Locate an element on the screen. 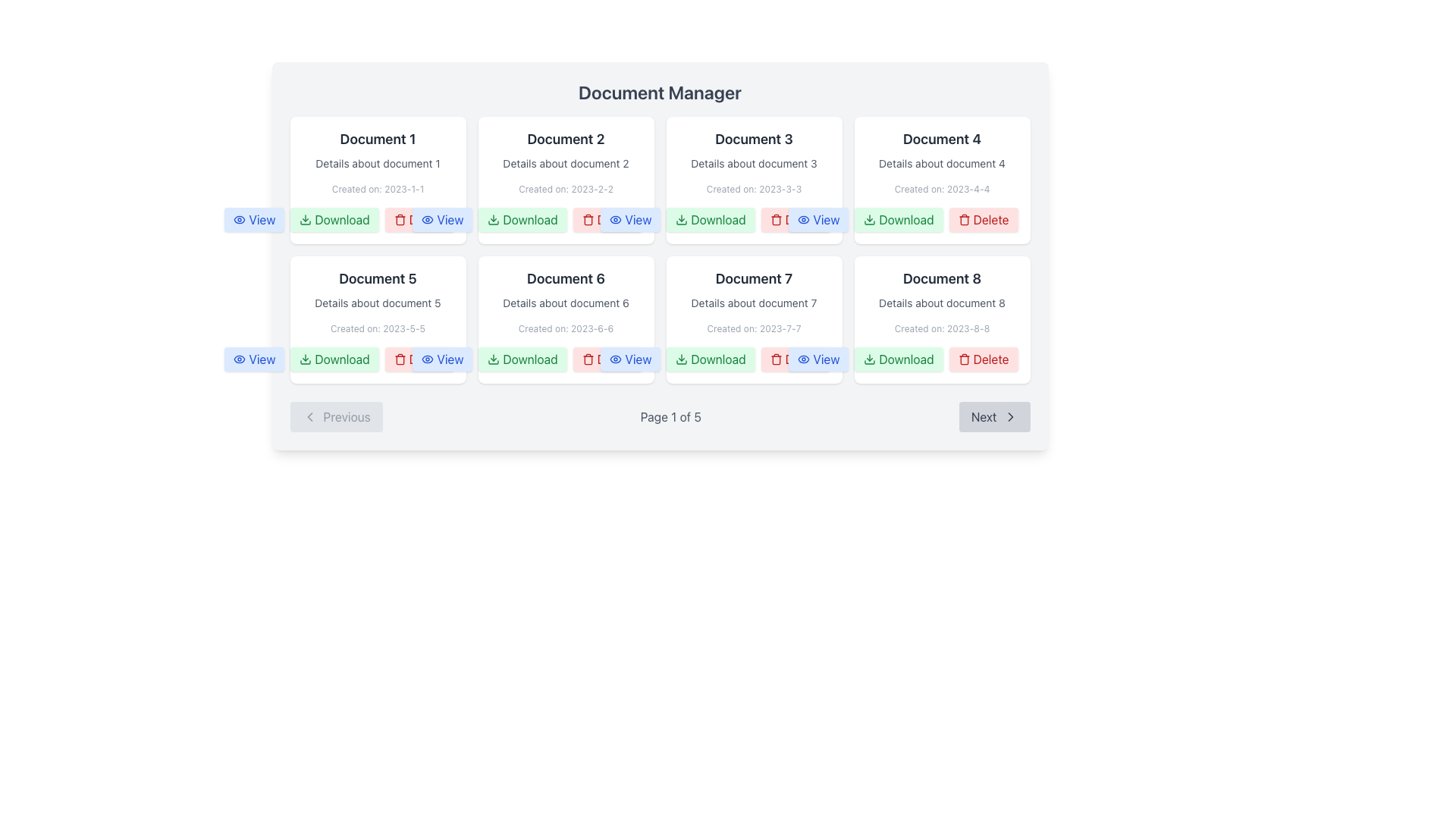  the red 'Delete' button located in the footer area of the card labeled 'Document 5' for keyboard interaction is located at coordinates (419, 359).